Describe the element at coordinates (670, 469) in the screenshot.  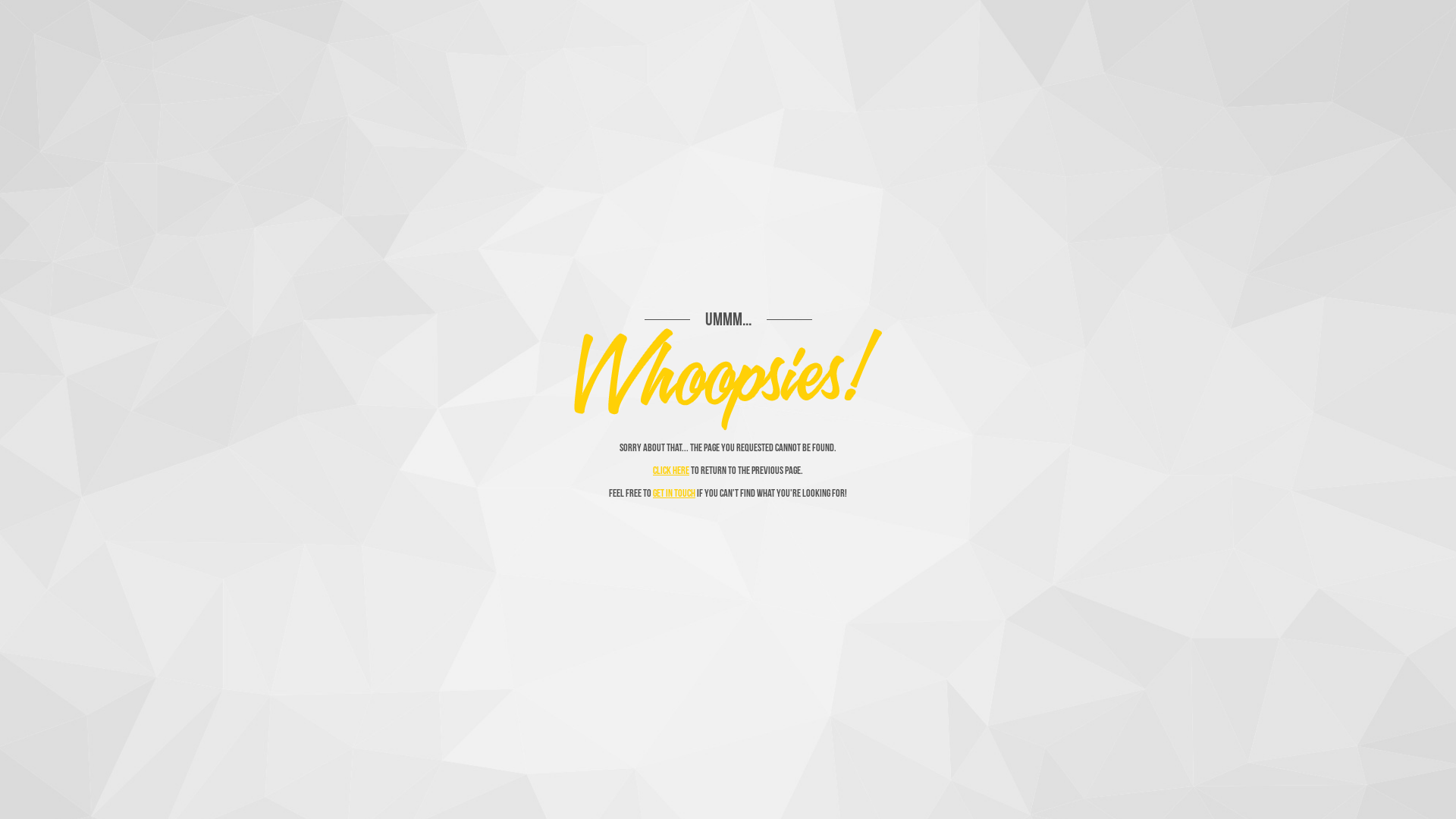
I see `'Click here'` at that location.